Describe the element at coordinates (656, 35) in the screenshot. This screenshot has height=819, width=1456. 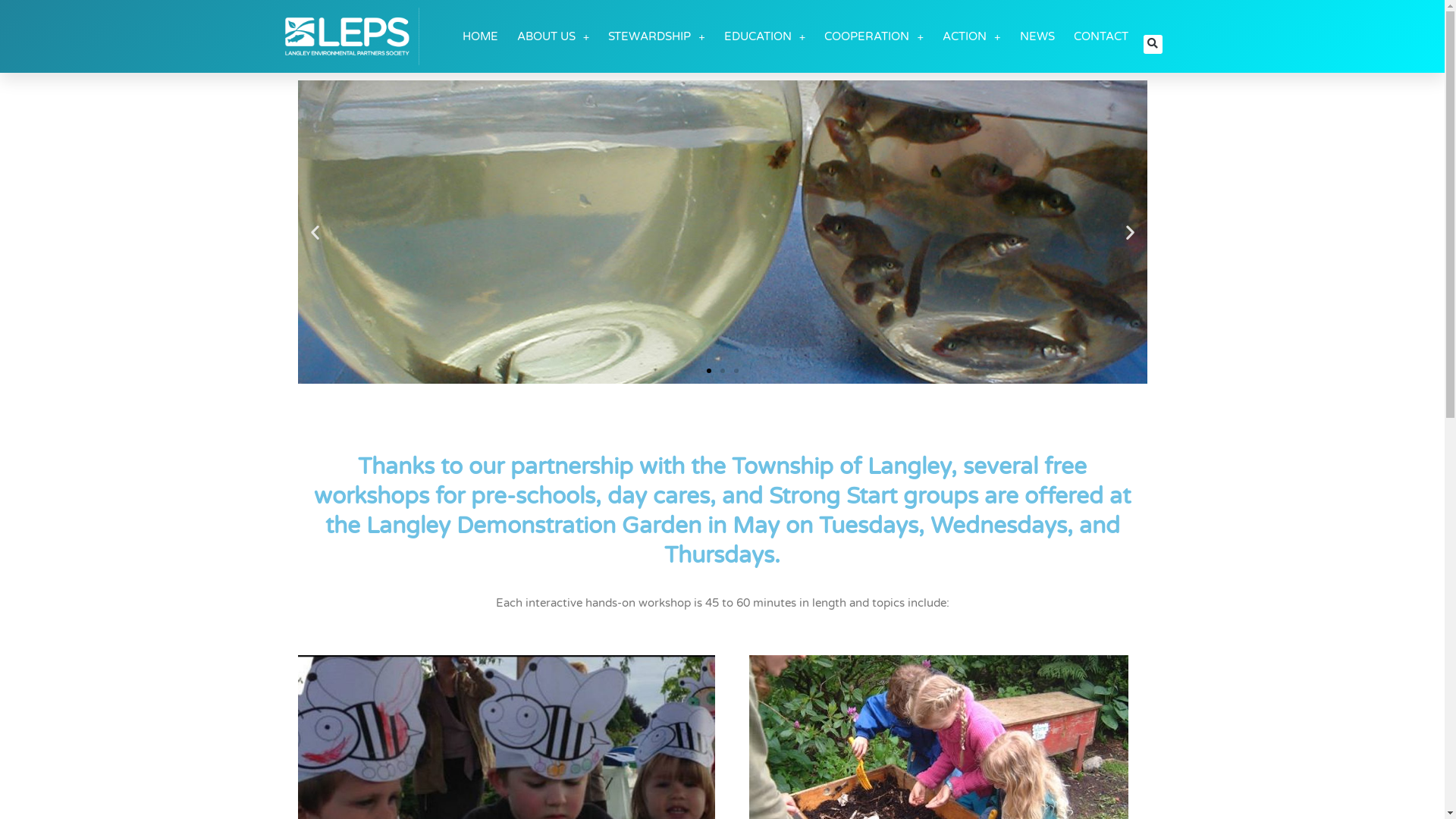
I see `'STEWARDSHIP'` at that location.